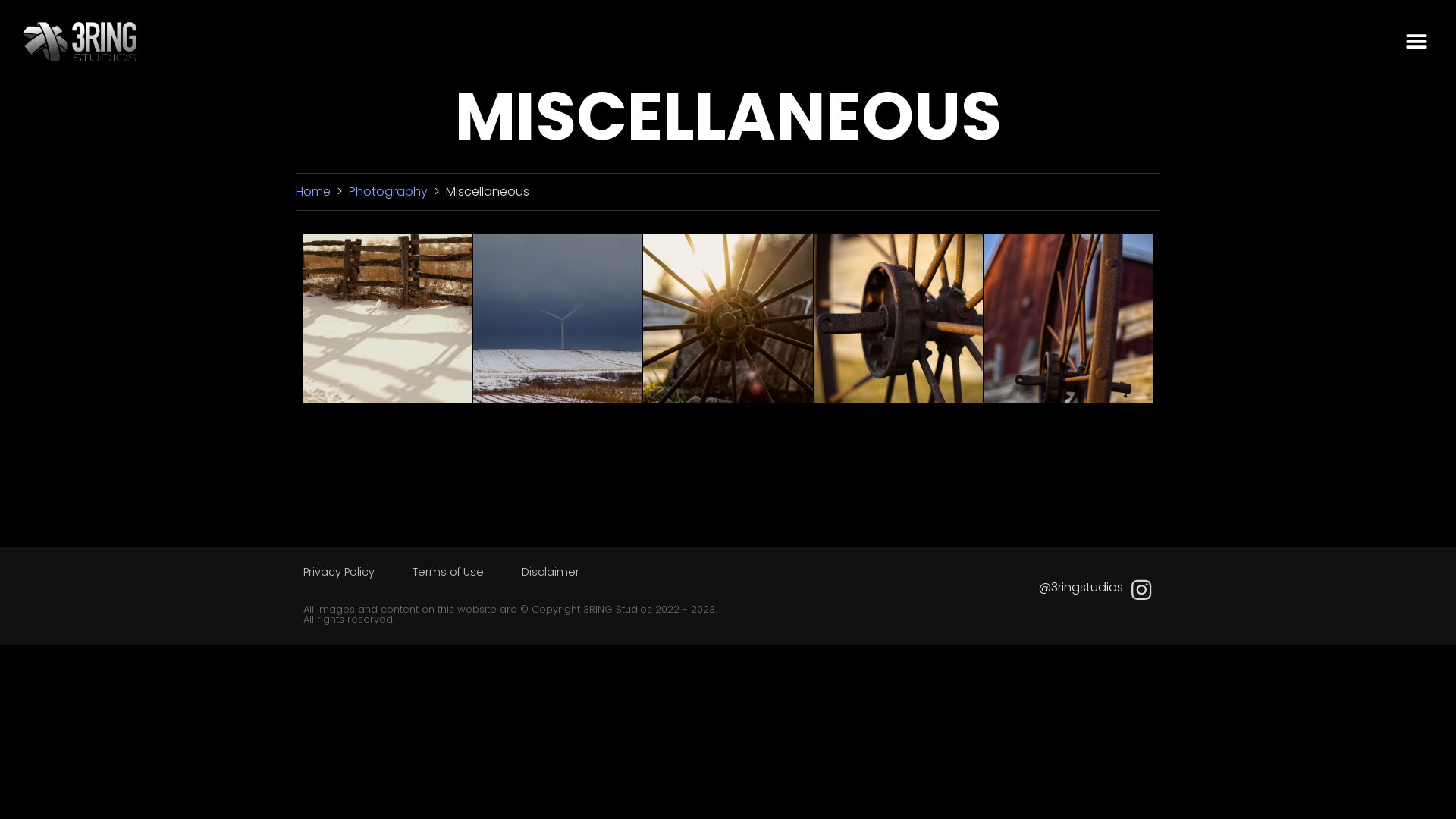  I want to click on 'Disclaimer', so click(549, 571).